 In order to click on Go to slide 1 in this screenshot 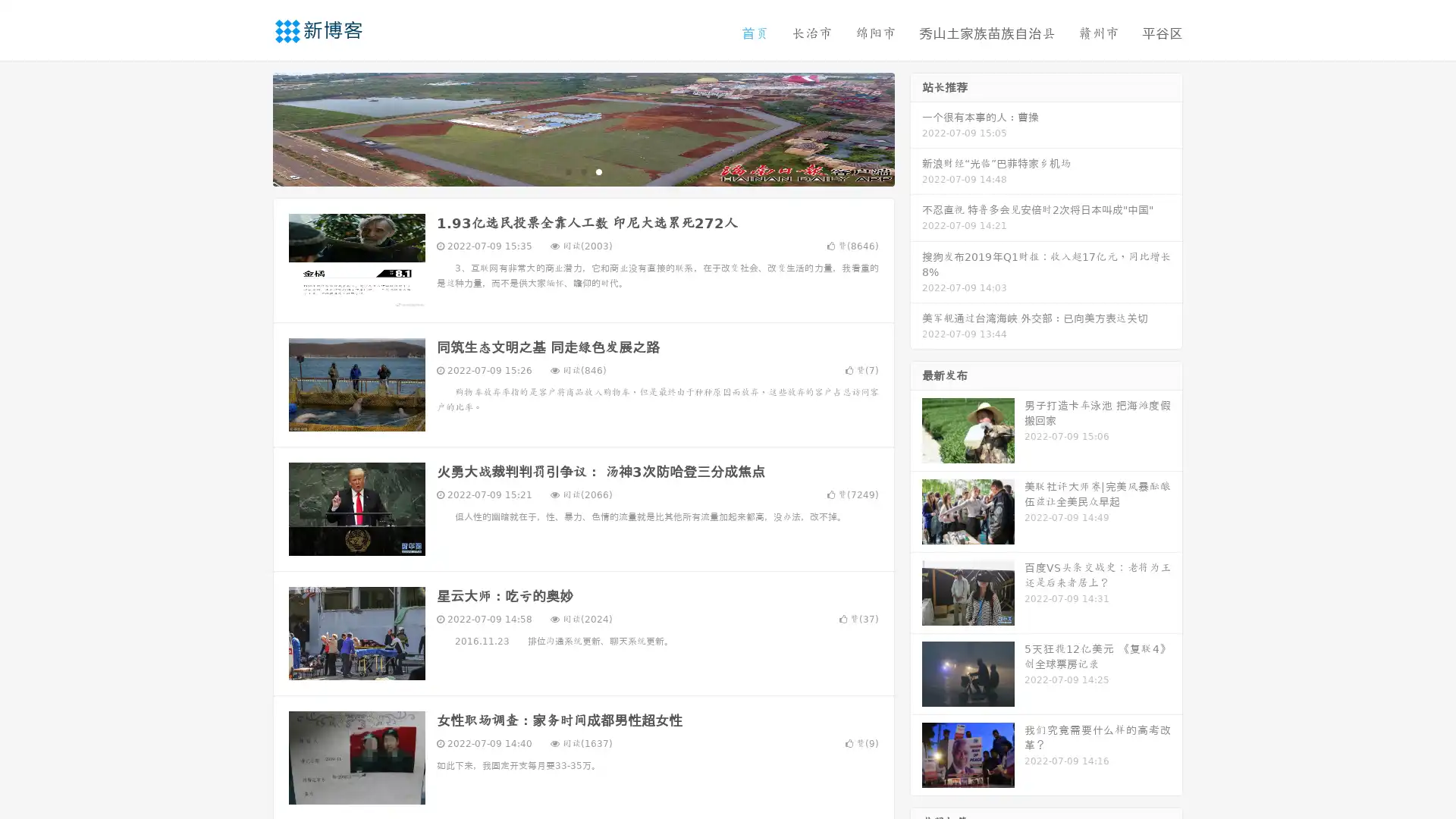, I will do `click(567, 171)`.